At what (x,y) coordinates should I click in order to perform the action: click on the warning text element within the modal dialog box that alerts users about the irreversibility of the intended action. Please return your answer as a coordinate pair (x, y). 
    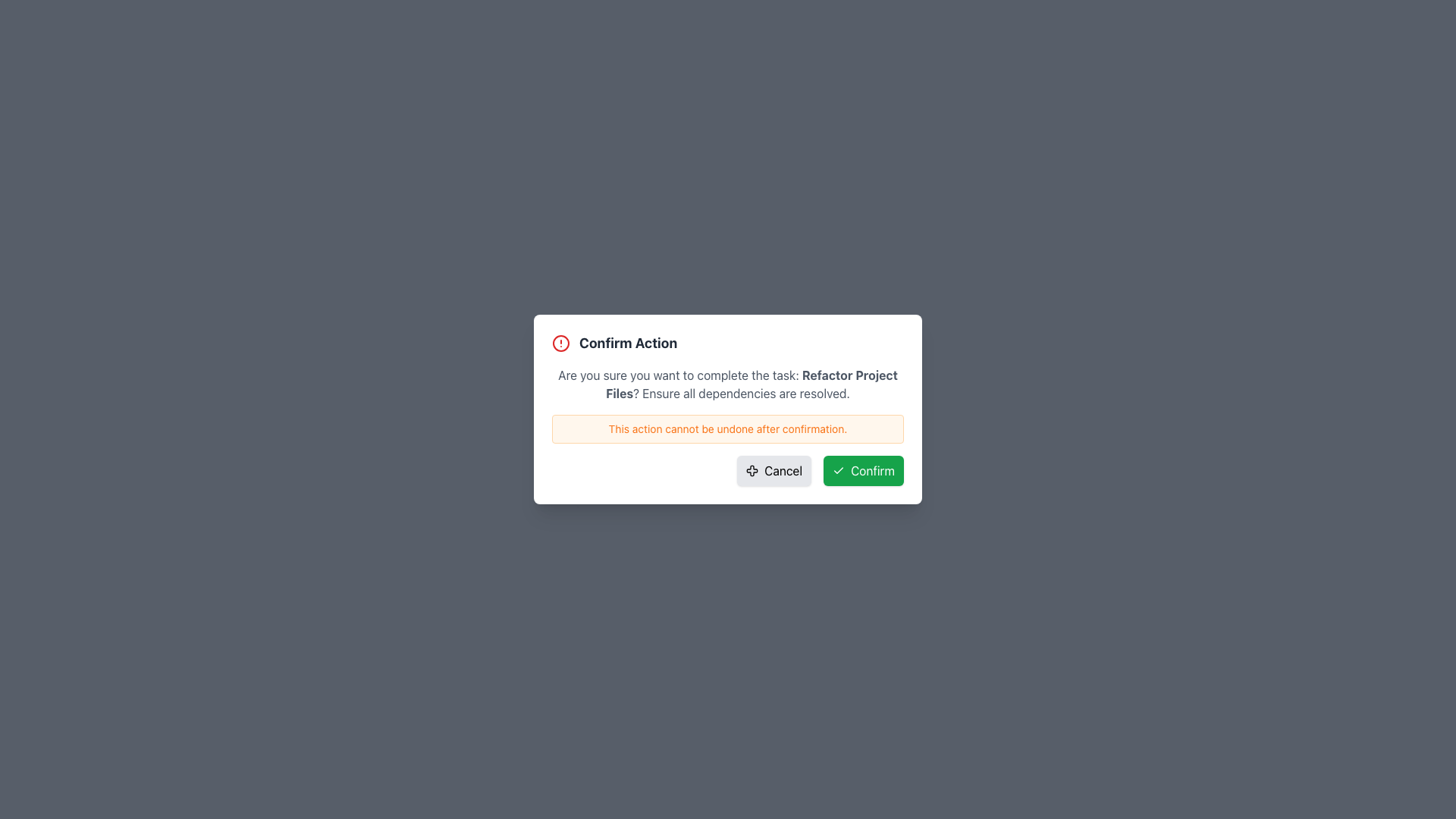
    Looking at the image, I should click on (728, 429).